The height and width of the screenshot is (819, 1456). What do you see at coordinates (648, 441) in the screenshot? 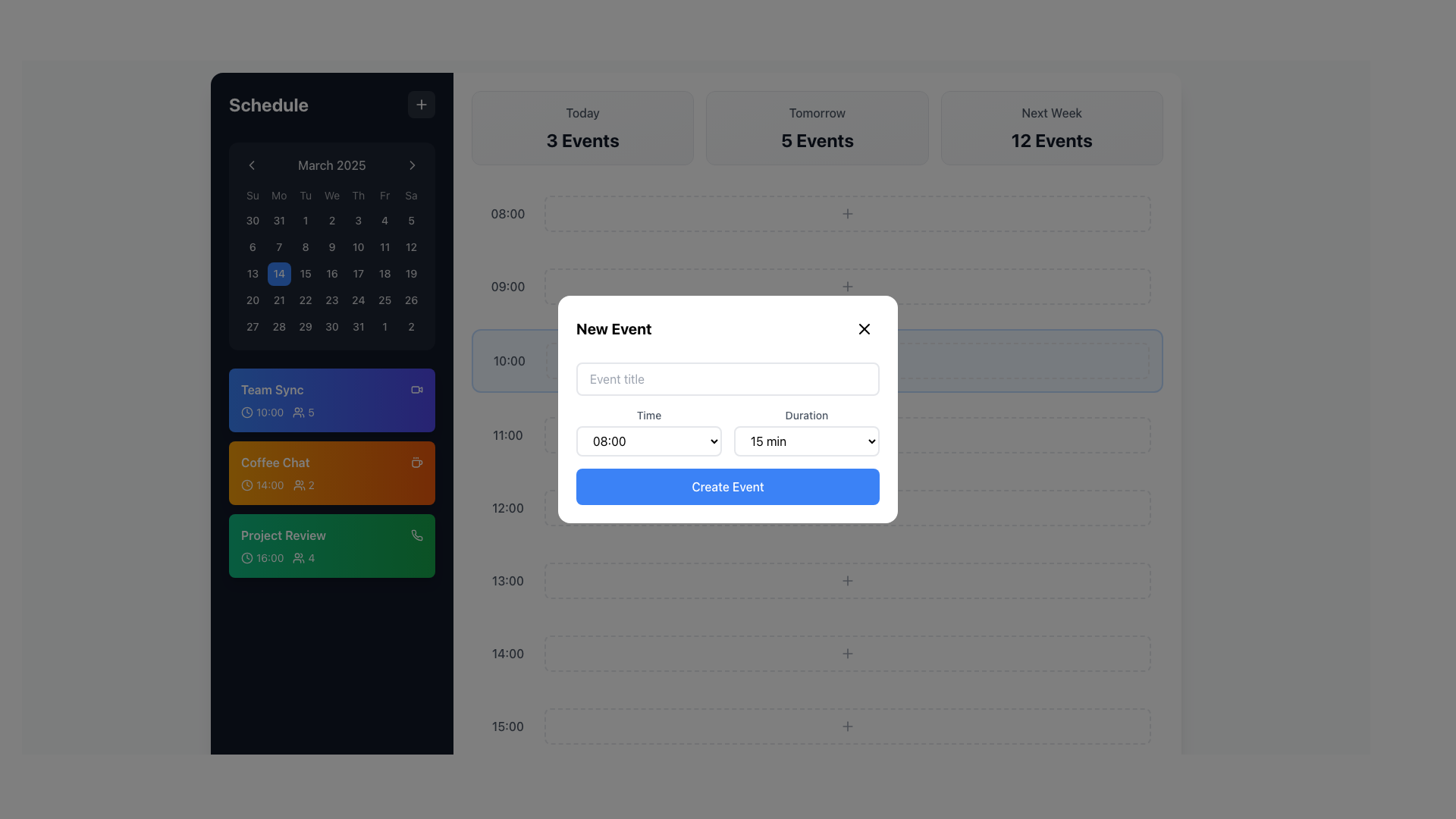
I see `the dropdown menu displaying '08:00'` at bounding box center [648, 441].